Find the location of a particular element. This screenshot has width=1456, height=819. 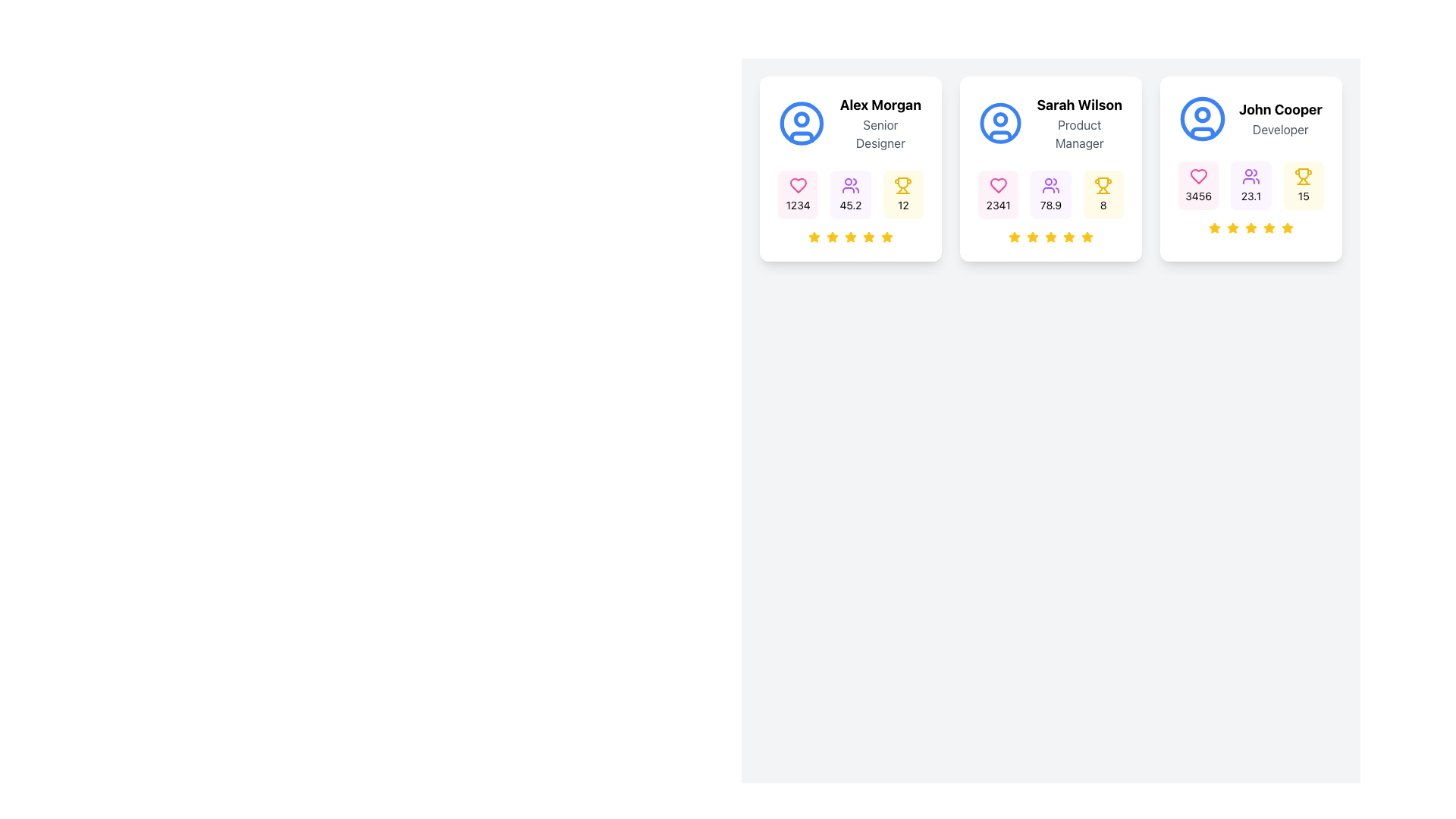

the fourth star-shaped icon from the left in the rating section of the first profile card, which is filled with yellow and outlined in black is located at coordinates (869, 237).